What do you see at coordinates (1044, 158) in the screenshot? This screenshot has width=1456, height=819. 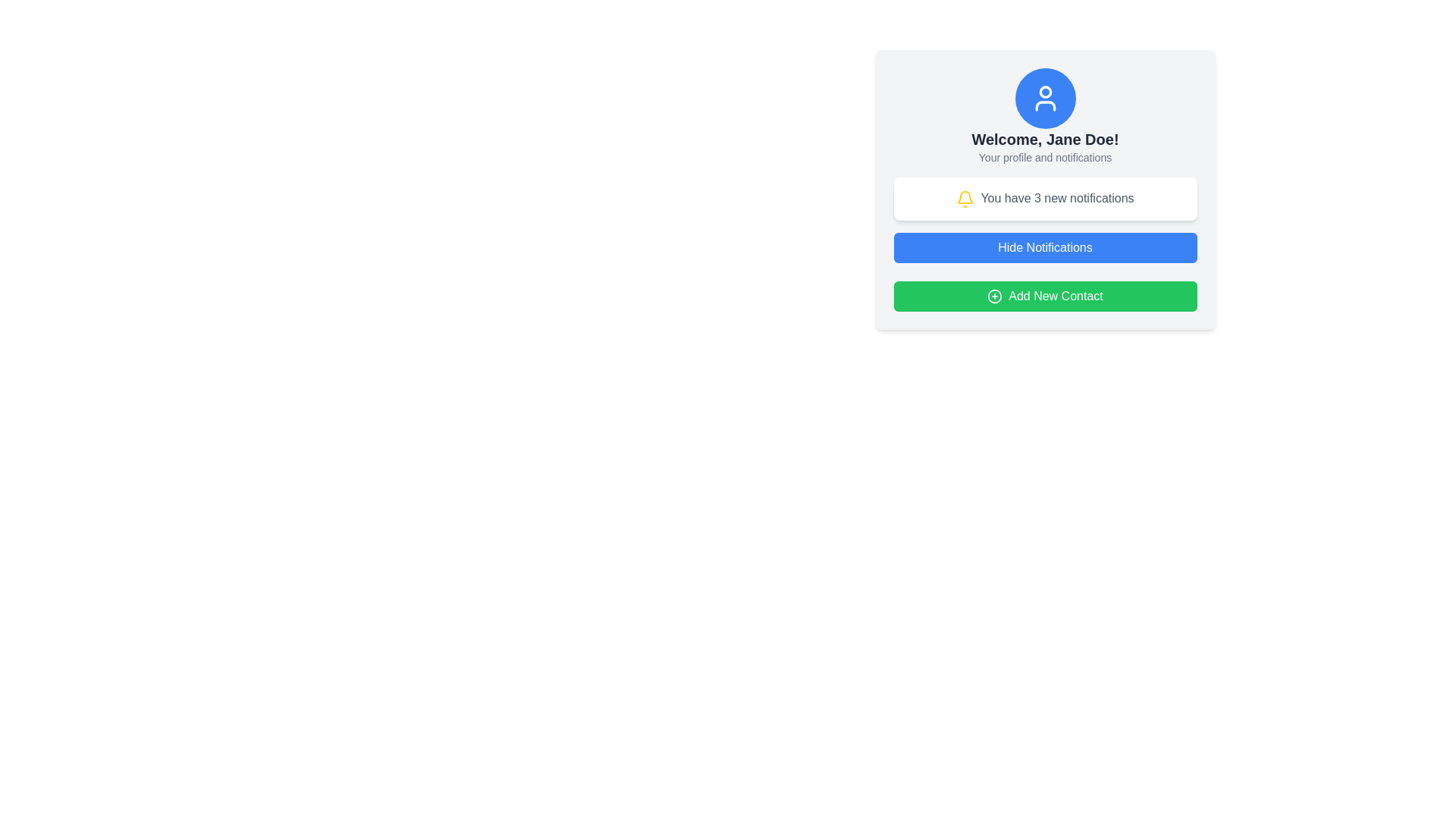 I see `the small text label displaying 'Your profile and notifications', which is located beneath the bold welcome message 'Welcome, Jane Doe!'` at bounding box center [1044, 158].